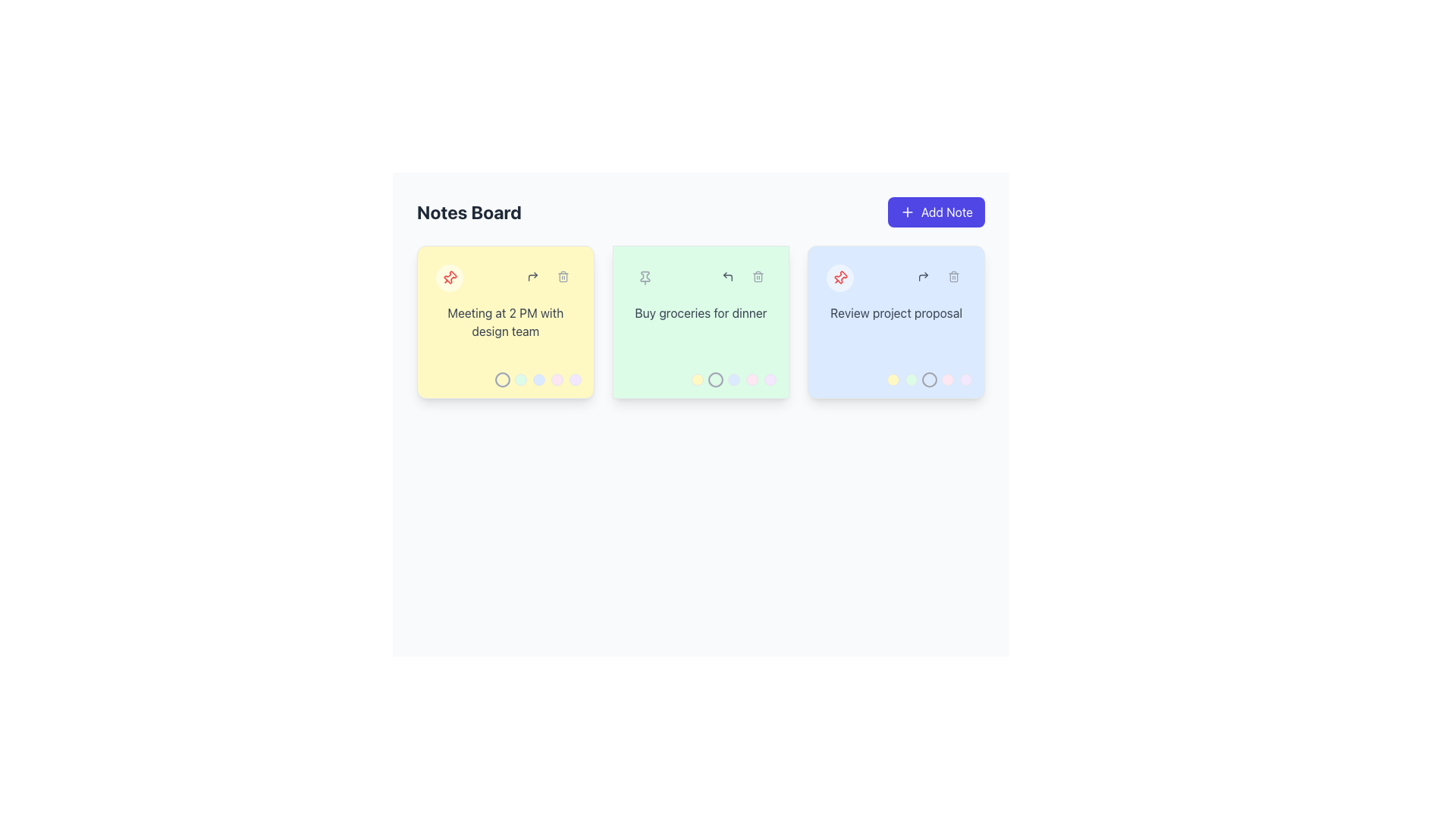  Describe the element at coordinates (896, 321) in the screenshot. I see `one of the color circles in the interactive card component with a blue background that displays 'Review project proposal'` at that location.